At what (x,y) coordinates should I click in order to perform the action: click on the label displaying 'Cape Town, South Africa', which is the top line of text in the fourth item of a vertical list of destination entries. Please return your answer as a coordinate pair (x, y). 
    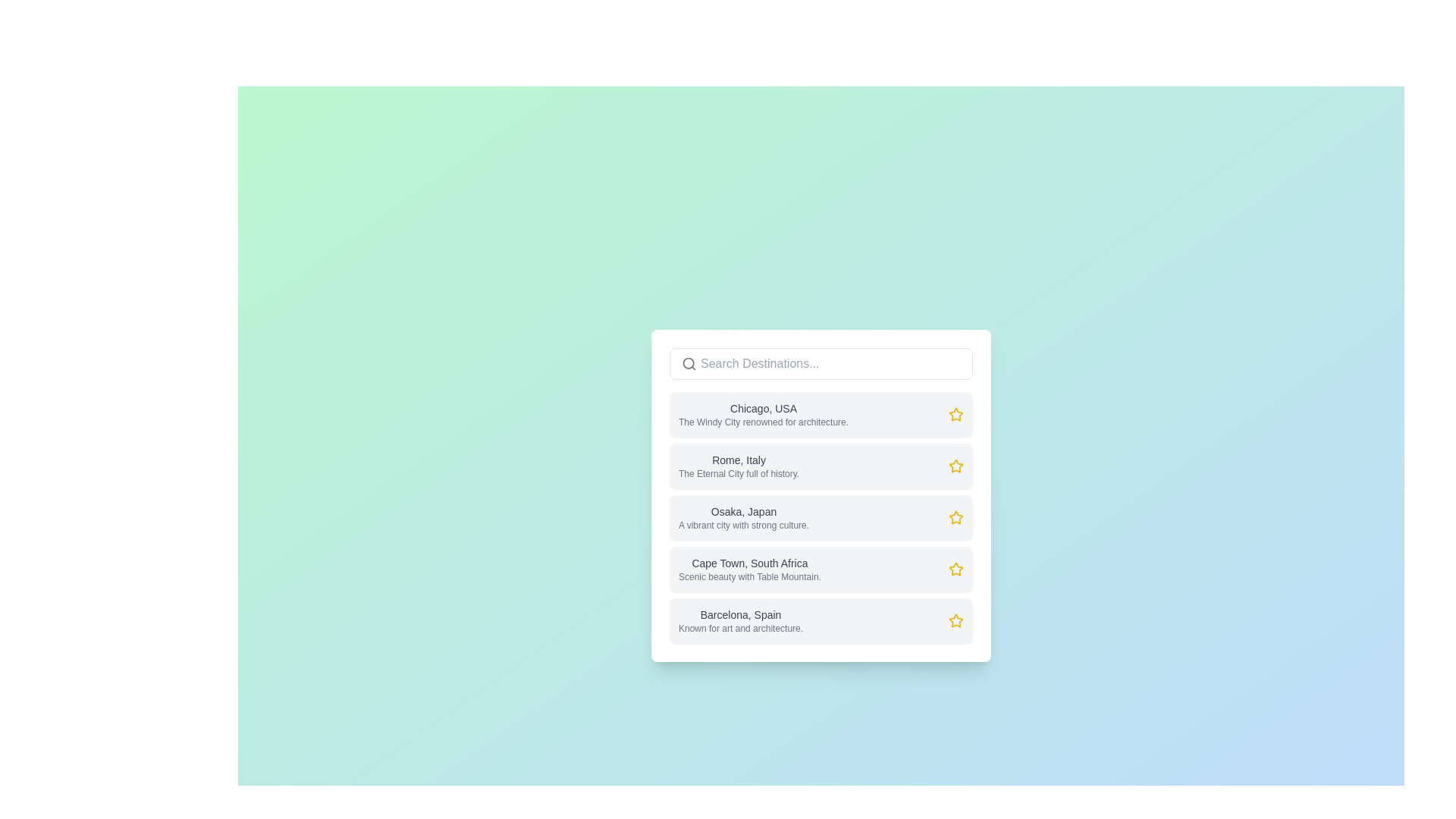
    Looking at the image, I should click on (749, 563).